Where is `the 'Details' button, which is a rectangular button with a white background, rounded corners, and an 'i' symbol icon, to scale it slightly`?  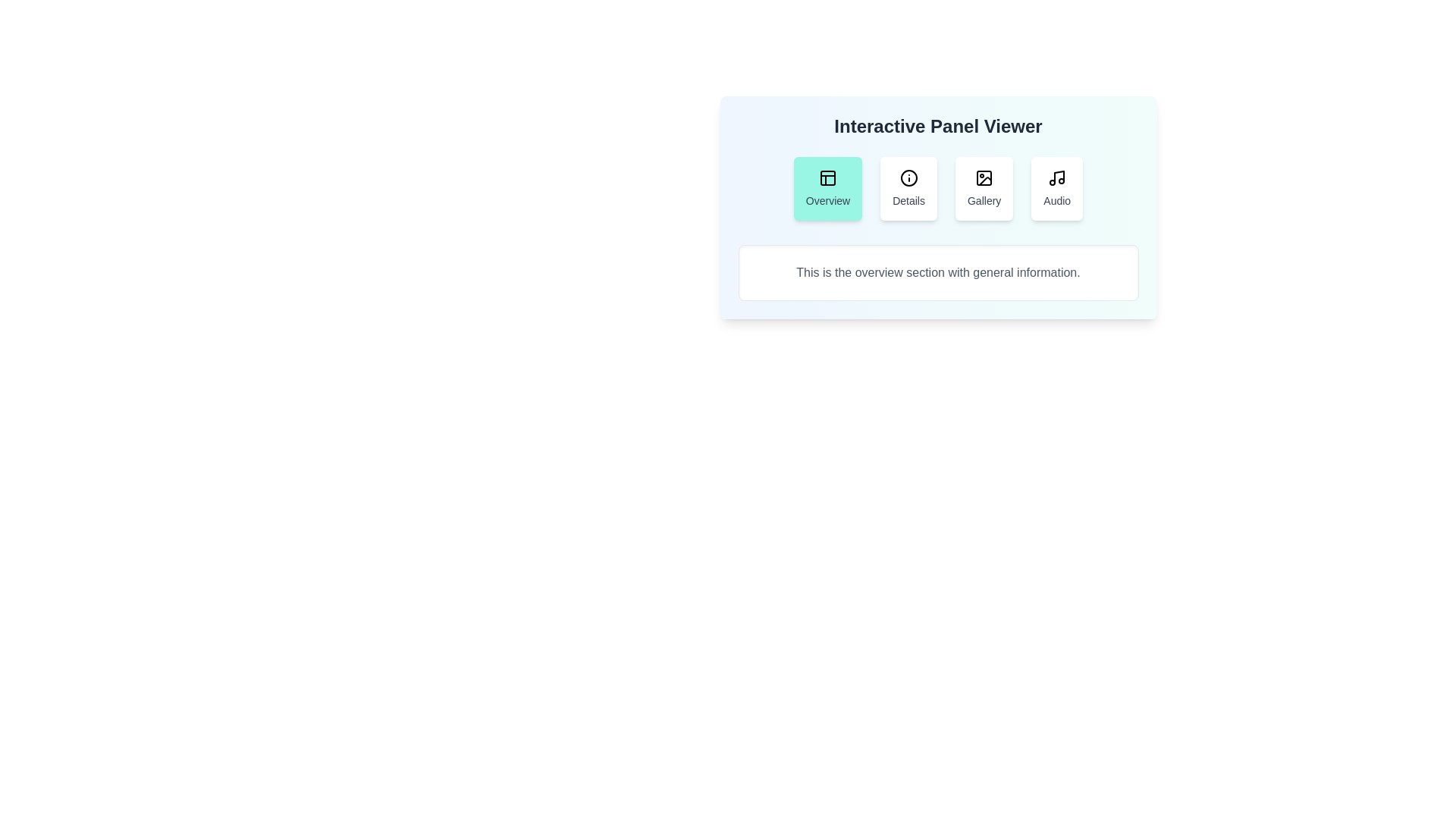 the 'Details' button, which is a rectangular button with a white background, rounded corners, and an 'i' symbol icon, to scale it slightly is located at coordinates (908, 188).